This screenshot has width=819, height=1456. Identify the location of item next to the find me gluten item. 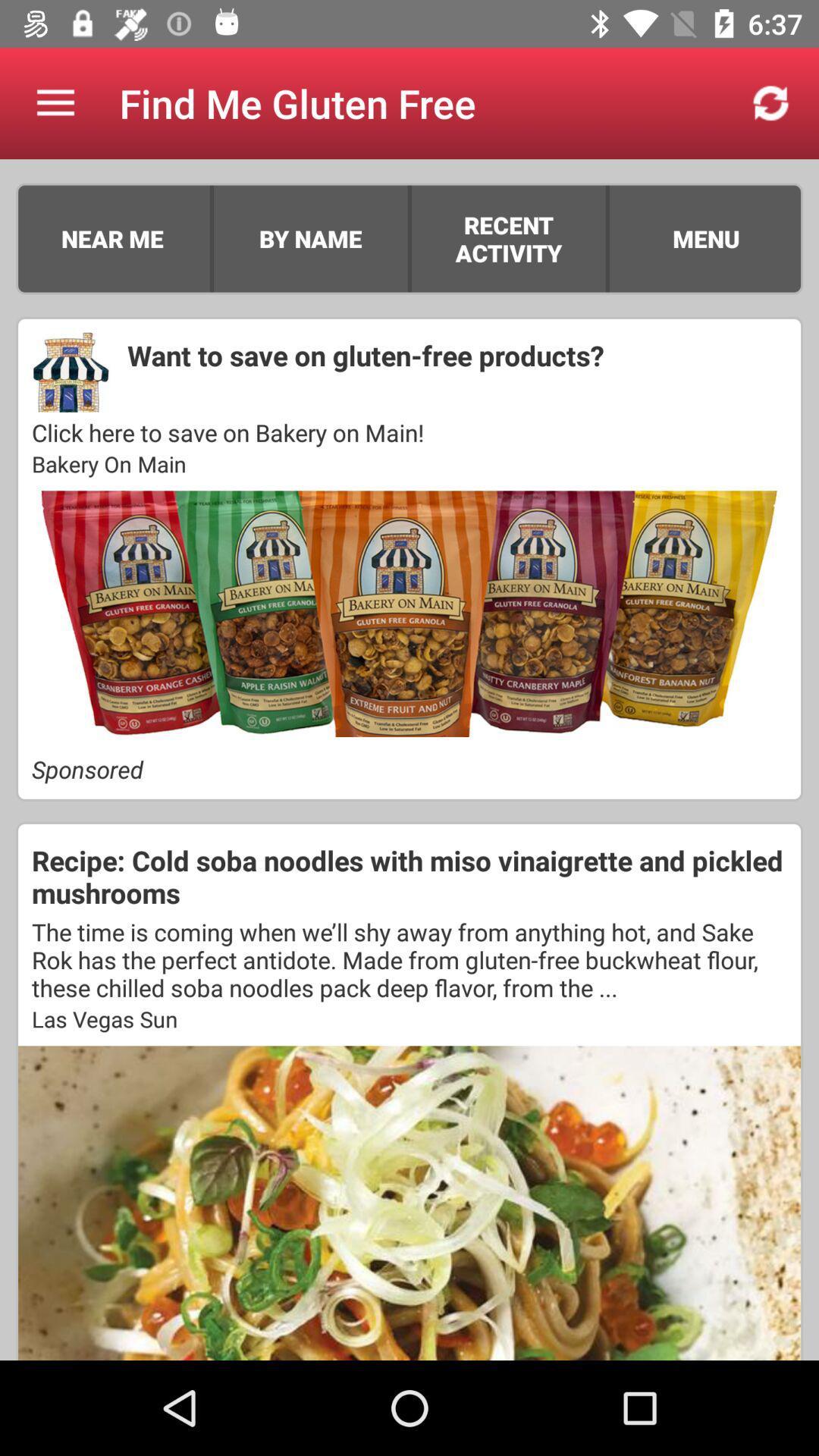
(55, 102).